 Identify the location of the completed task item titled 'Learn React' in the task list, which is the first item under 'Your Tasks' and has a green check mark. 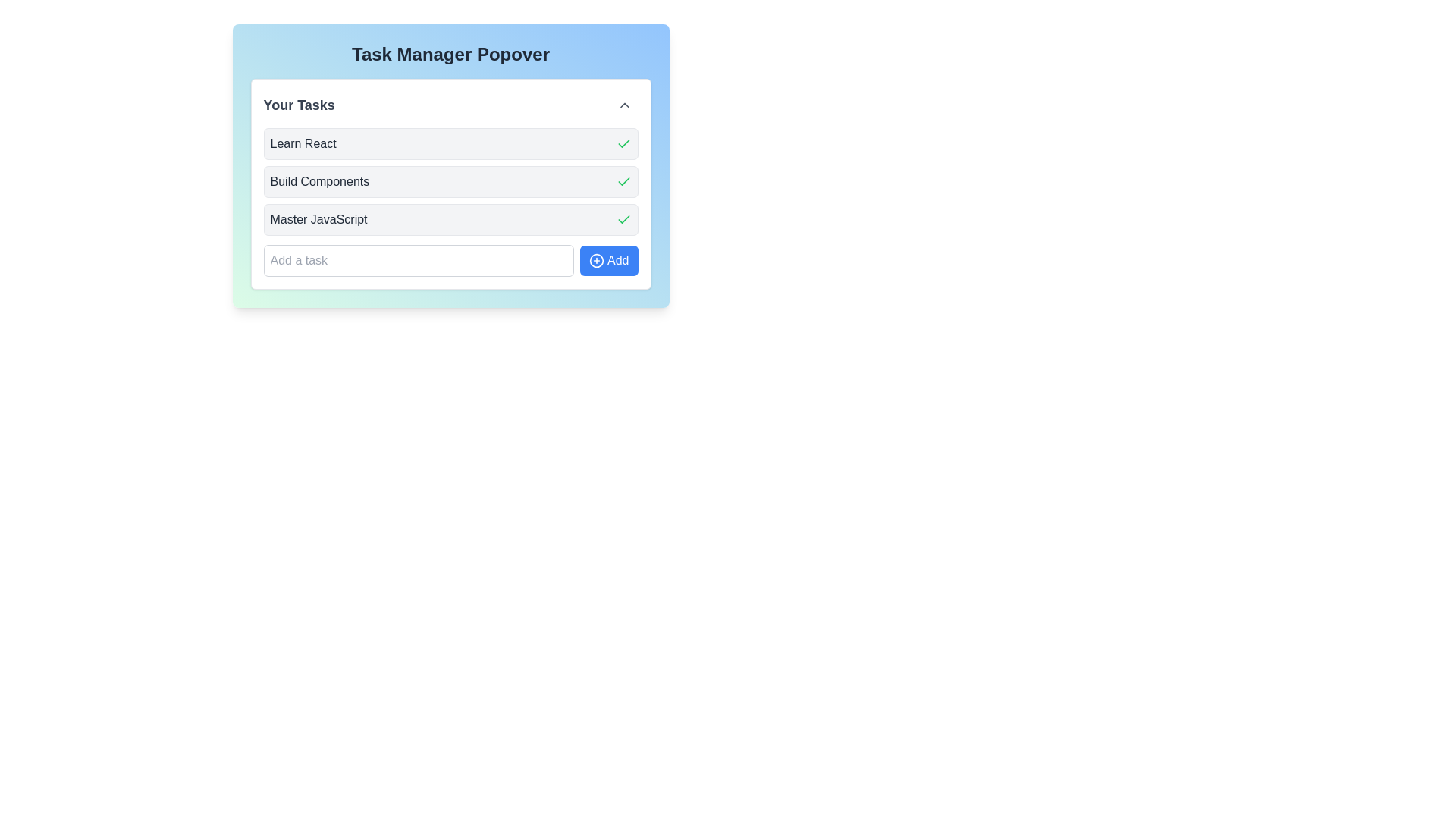
(450, 143).